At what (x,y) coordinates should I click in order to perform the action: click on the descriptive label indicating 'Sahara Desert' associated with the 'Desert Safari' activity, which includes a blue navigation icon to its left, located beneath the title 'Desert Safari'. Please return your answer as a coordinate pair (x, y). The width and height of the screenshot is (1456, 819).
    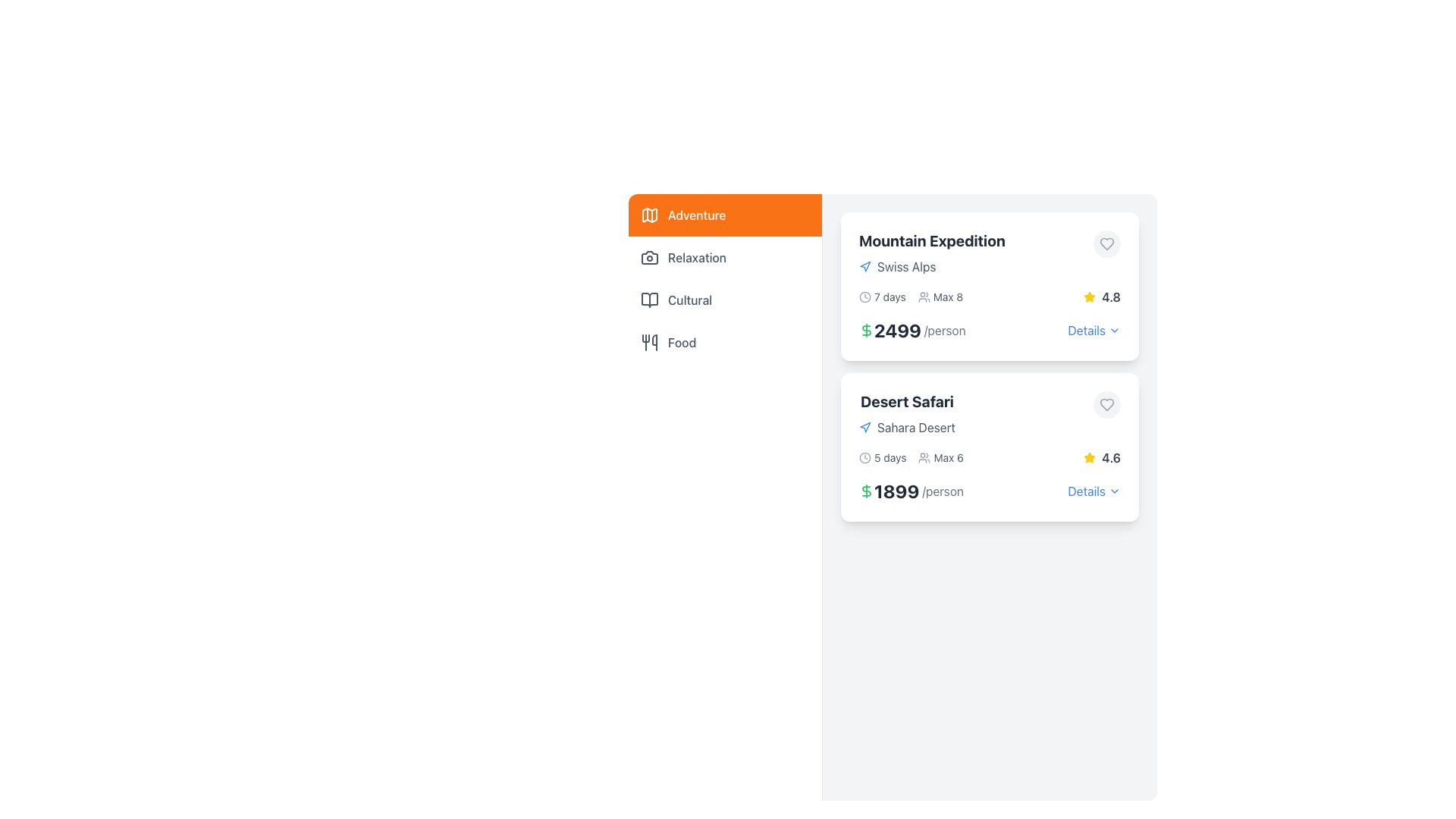
    Looking at the image, I should click on (907, 427).